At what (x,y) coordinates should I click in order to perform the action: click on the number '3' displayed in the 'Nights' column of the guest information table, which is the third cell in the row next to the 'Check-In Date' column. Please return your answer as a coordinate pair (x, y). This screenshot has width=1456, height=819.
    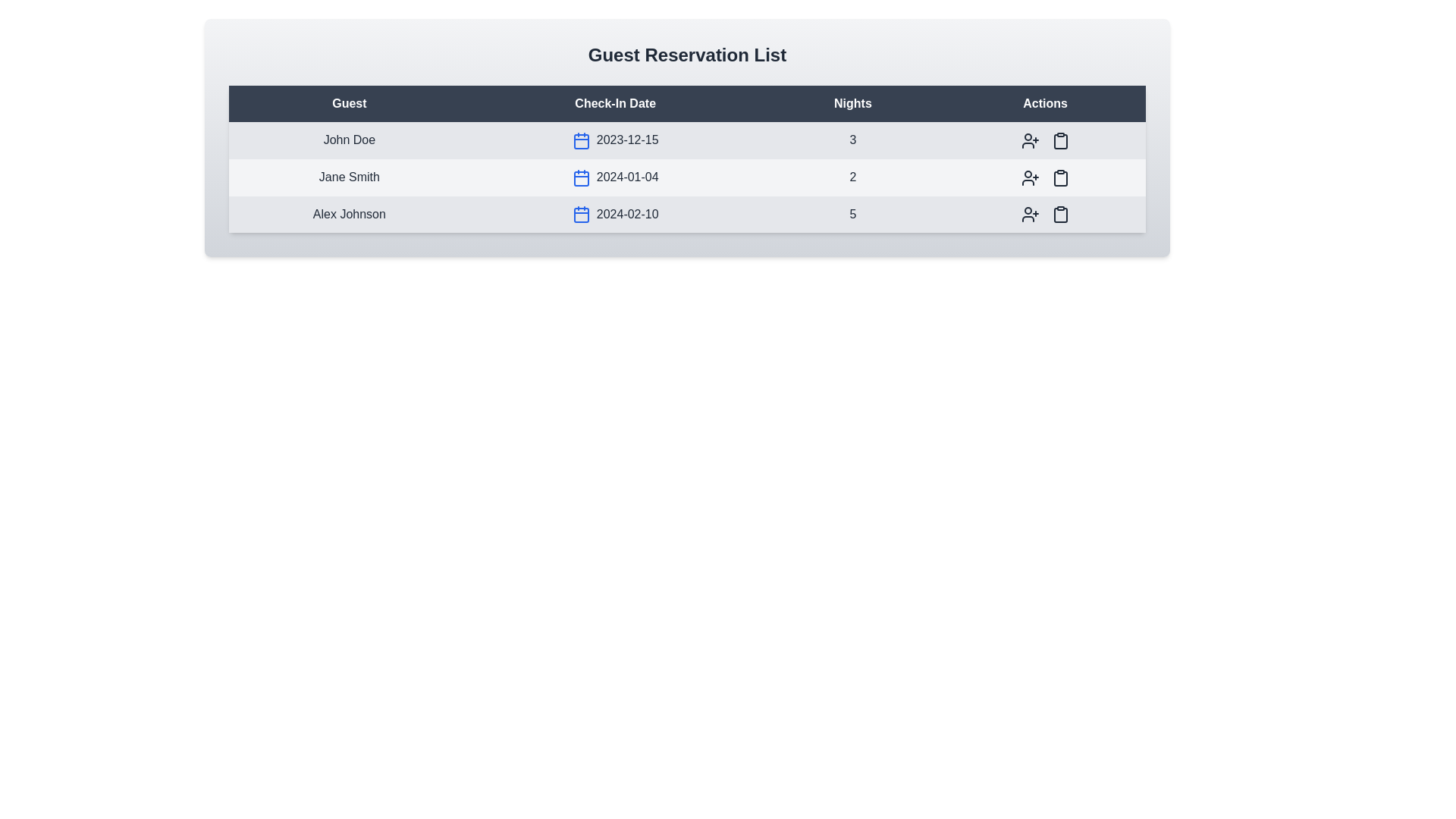
    Looking at the image, I should click on (852, 140).